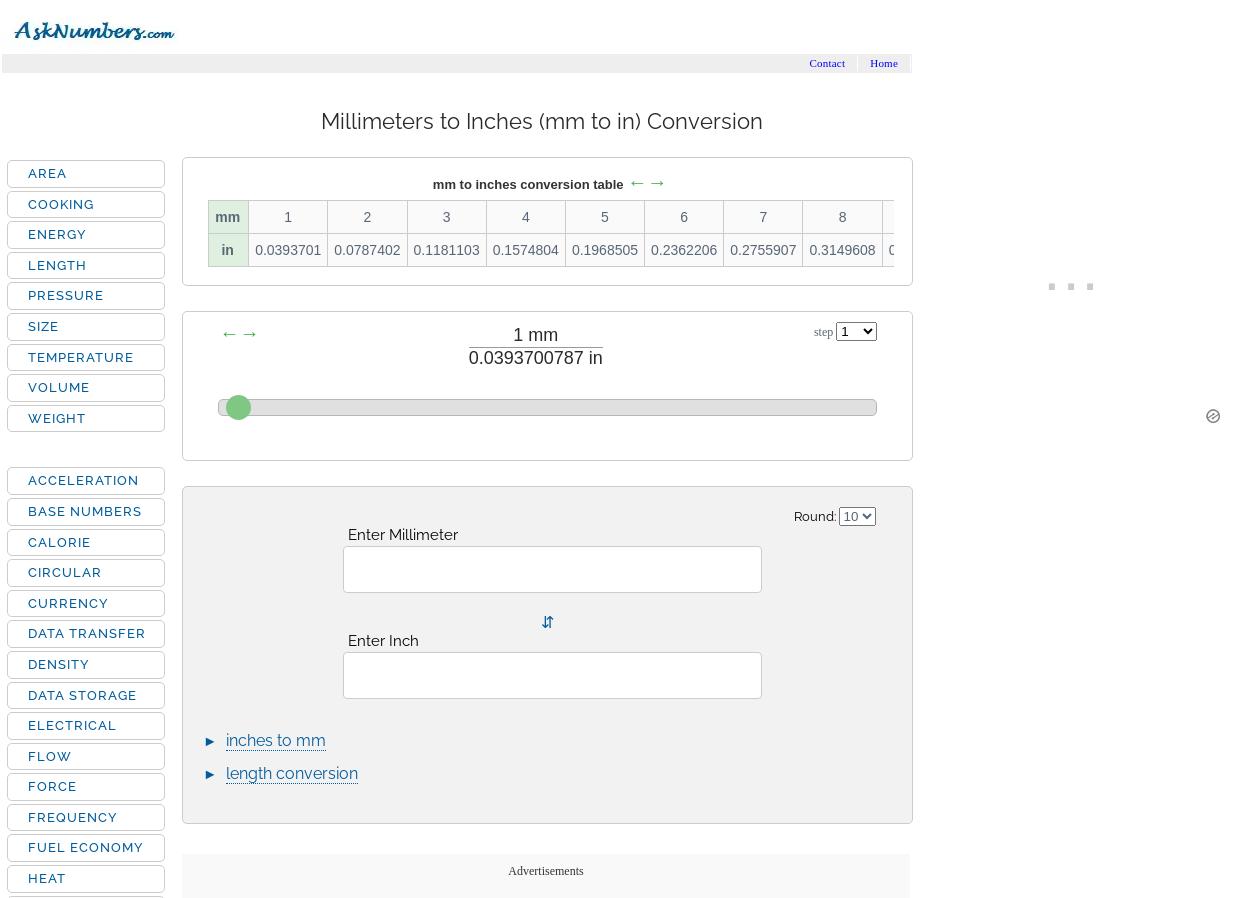  Describe the element at coordinates (600, 215) in the screenshot. I see `'5'` at that location.